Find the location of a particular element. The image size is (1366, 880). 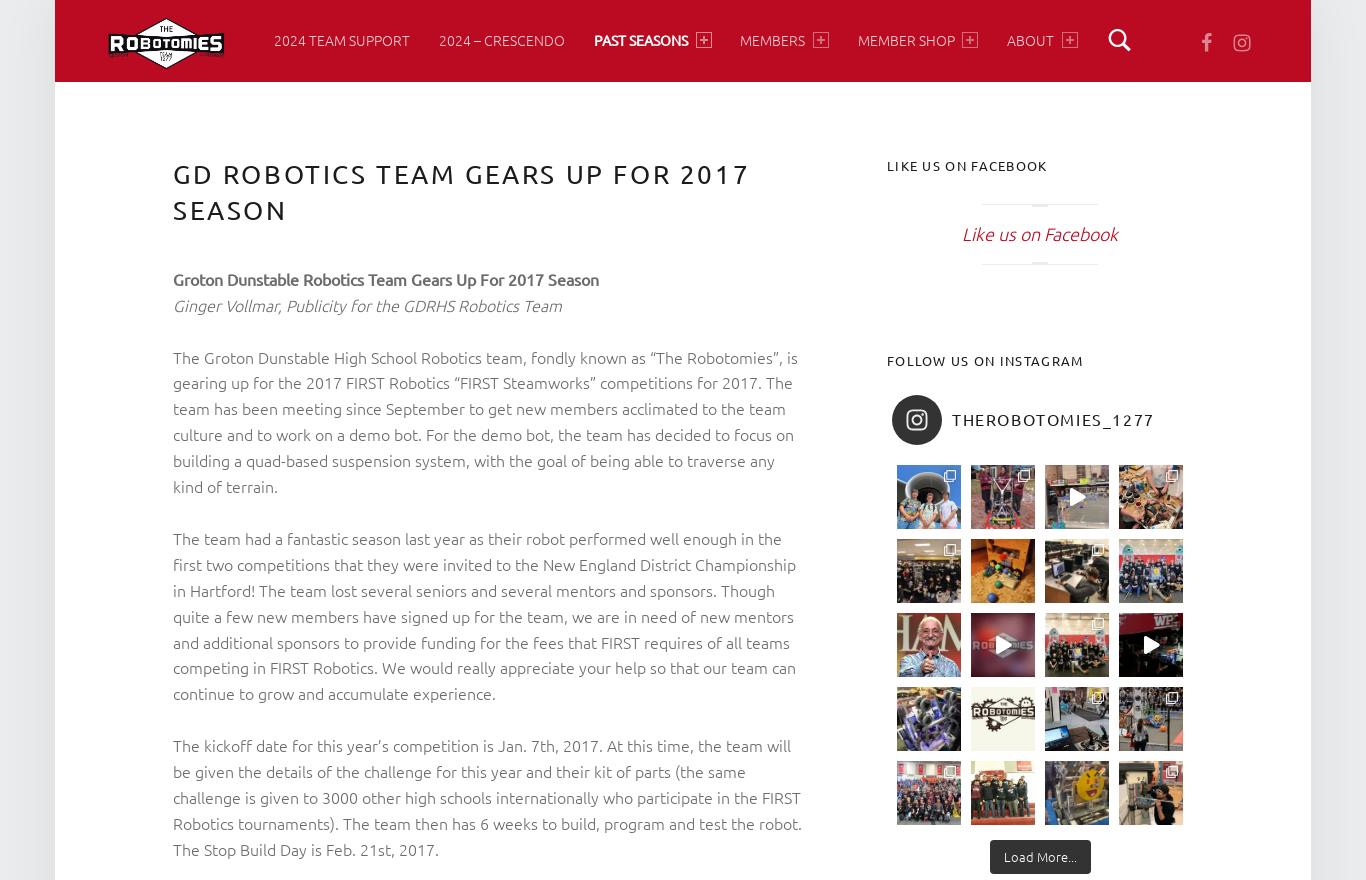

'The kickoff date for this year’s competition is Jan. 7th, 2017. At this time, the team will be given the details of the challenge for this year and their kit of parts (the same challenge is given to 3000 other high schools internationally who participate in the FIRST Robotics tournaments). The team then has 6 weeks to build, program and test the robot. The Stop Build Day is Feb. 21st, 2017.' is located at coordinates (487, 796).